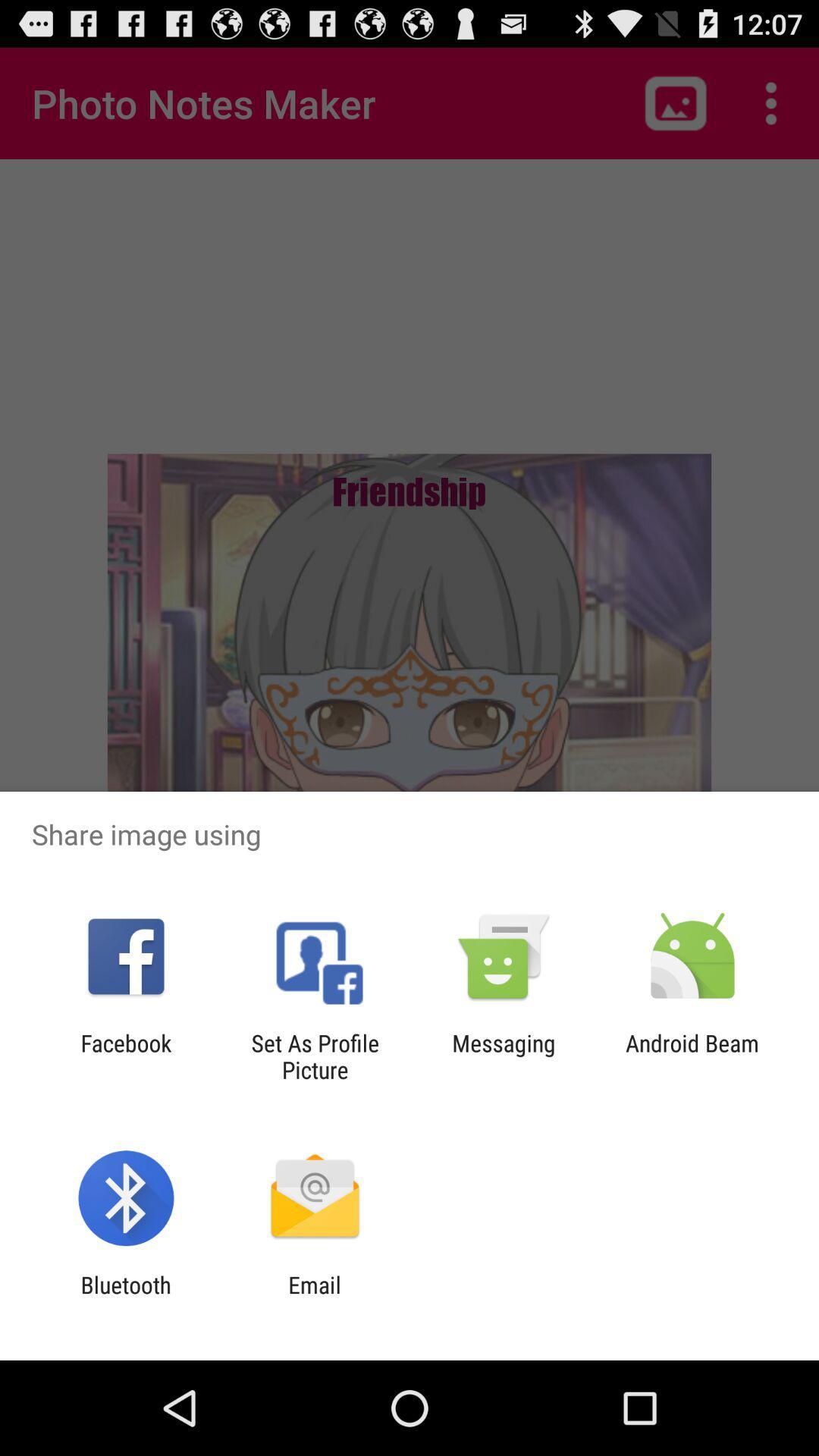 The image size is (819, 1456). I want to click on the app next to set as profile app, so click(125, 1056).